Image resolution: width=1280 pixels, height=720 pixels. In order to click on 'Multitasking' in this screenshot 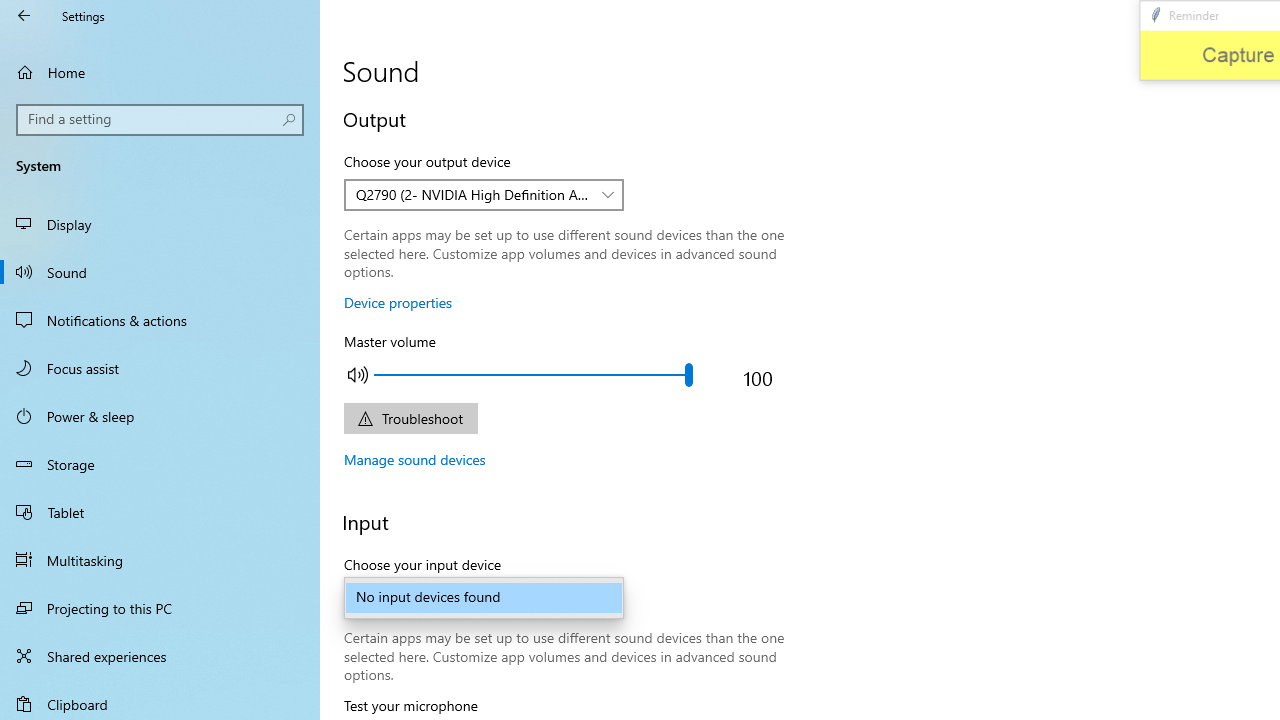, I will do `click(160, 559)`.